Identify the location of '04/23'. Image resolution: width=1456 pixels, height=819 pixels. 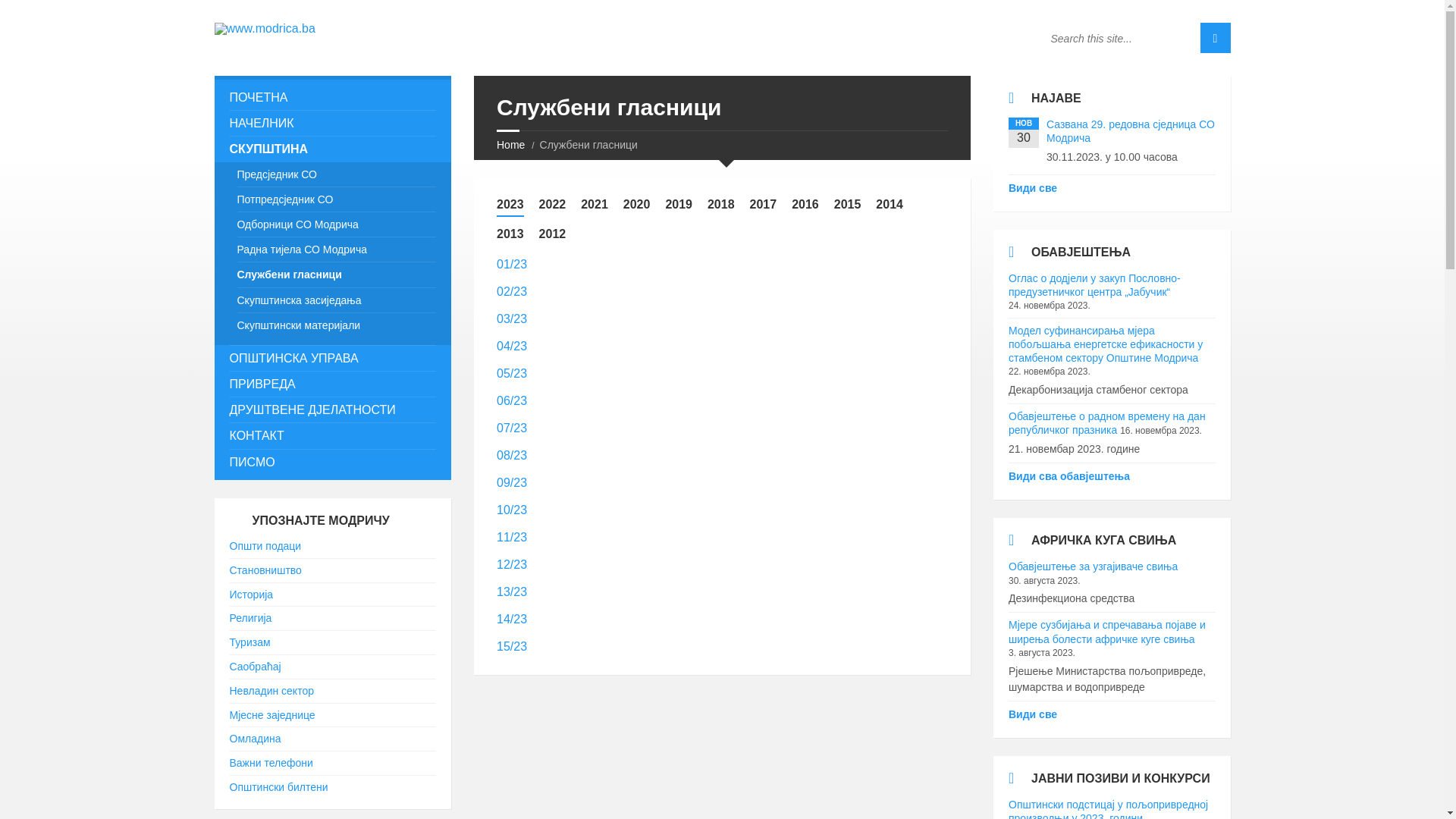
(512, 346).